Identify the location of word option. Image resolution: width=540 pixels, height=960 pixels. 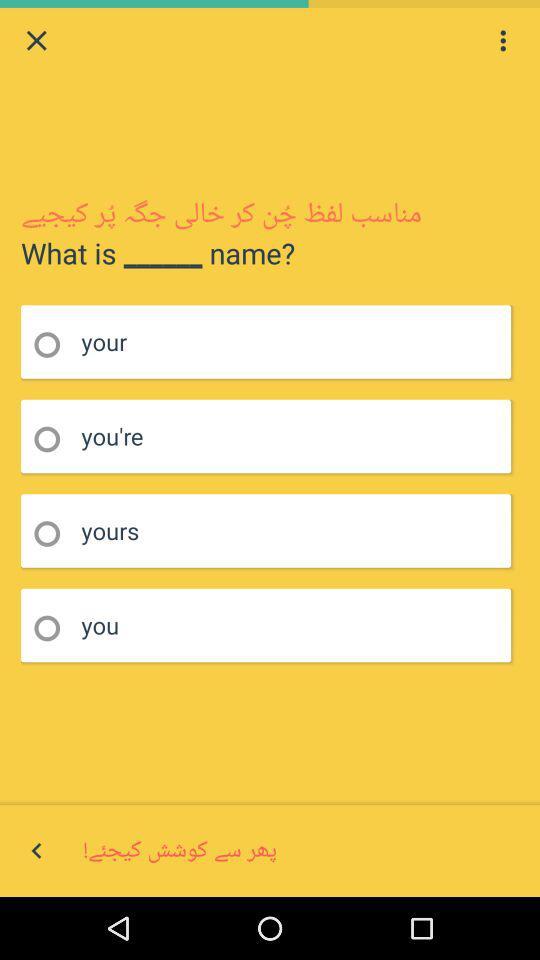
(53, 533).